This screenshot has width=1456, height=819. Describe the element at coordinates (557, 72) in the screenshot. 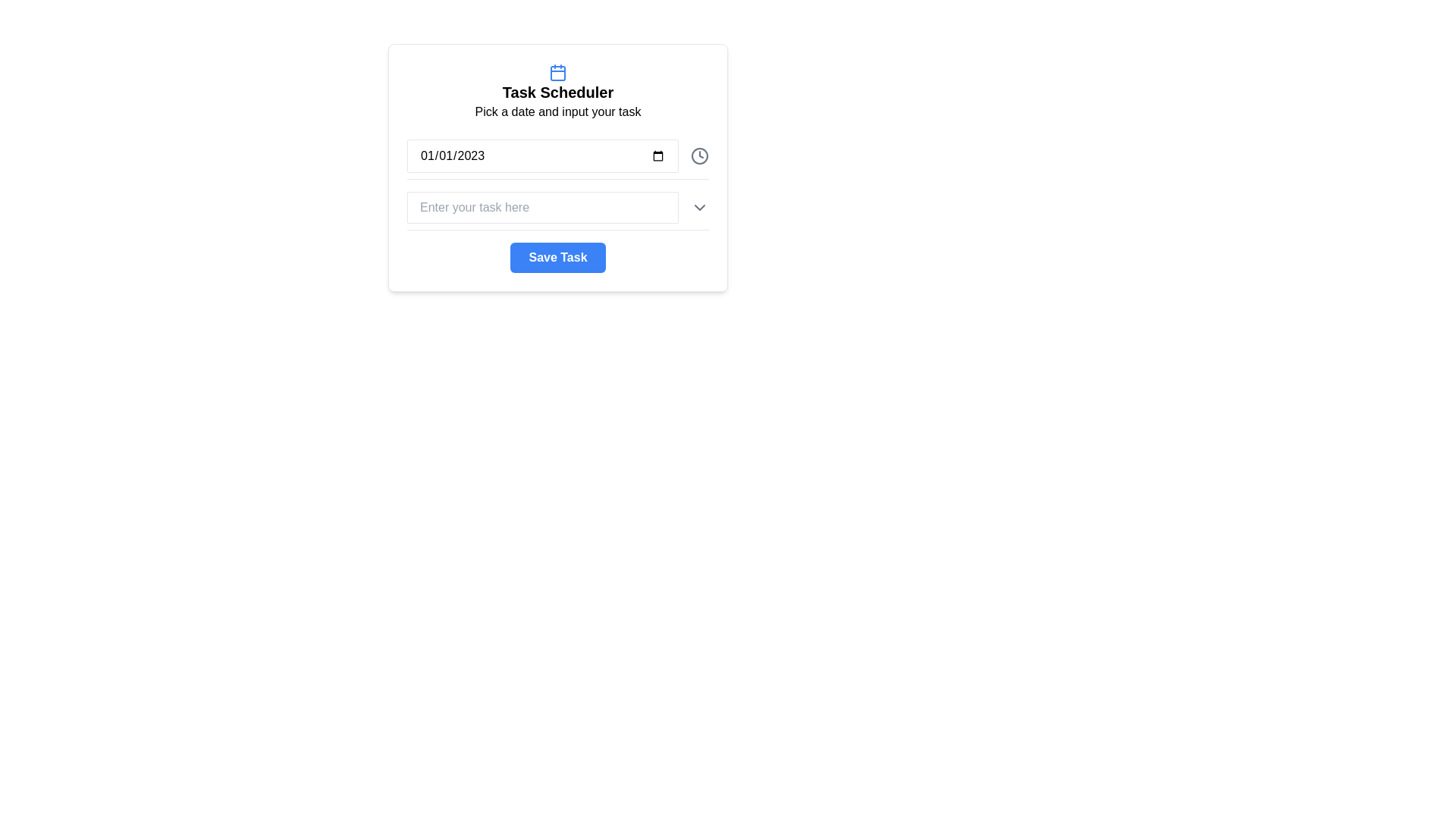

I see `the calendar icon located above the 'Task Scheduler' heading in the centered card interface` at that location.